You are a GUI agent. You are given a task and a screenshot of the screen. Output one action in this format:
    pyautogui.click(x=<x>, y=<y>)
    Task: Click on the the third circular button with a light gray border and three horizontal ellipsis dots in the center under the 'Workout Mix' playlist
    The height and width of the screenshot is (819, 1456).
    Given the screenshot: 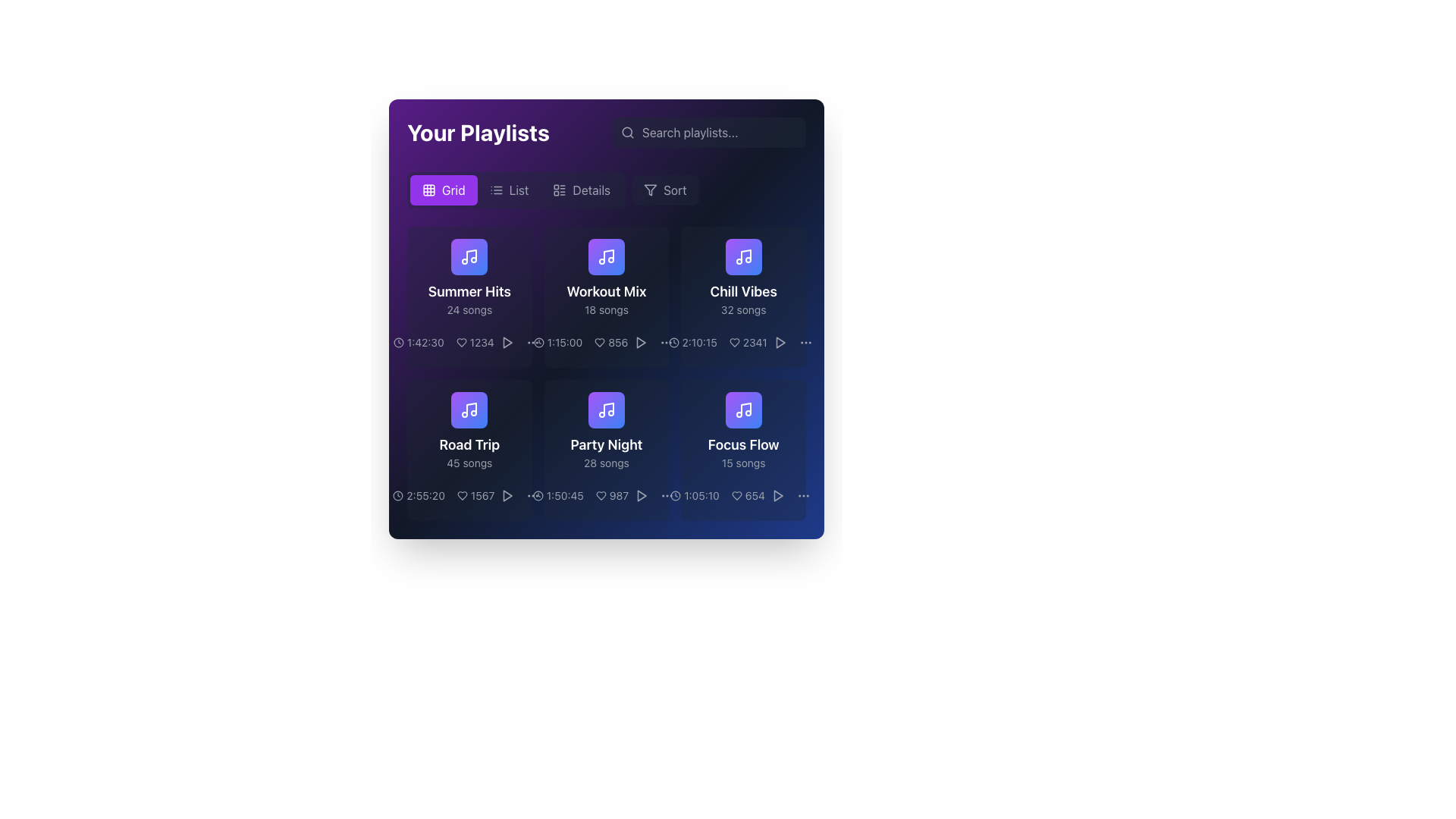 What is the action you would take?
    pyautogui.click(x=532, y=342)
    